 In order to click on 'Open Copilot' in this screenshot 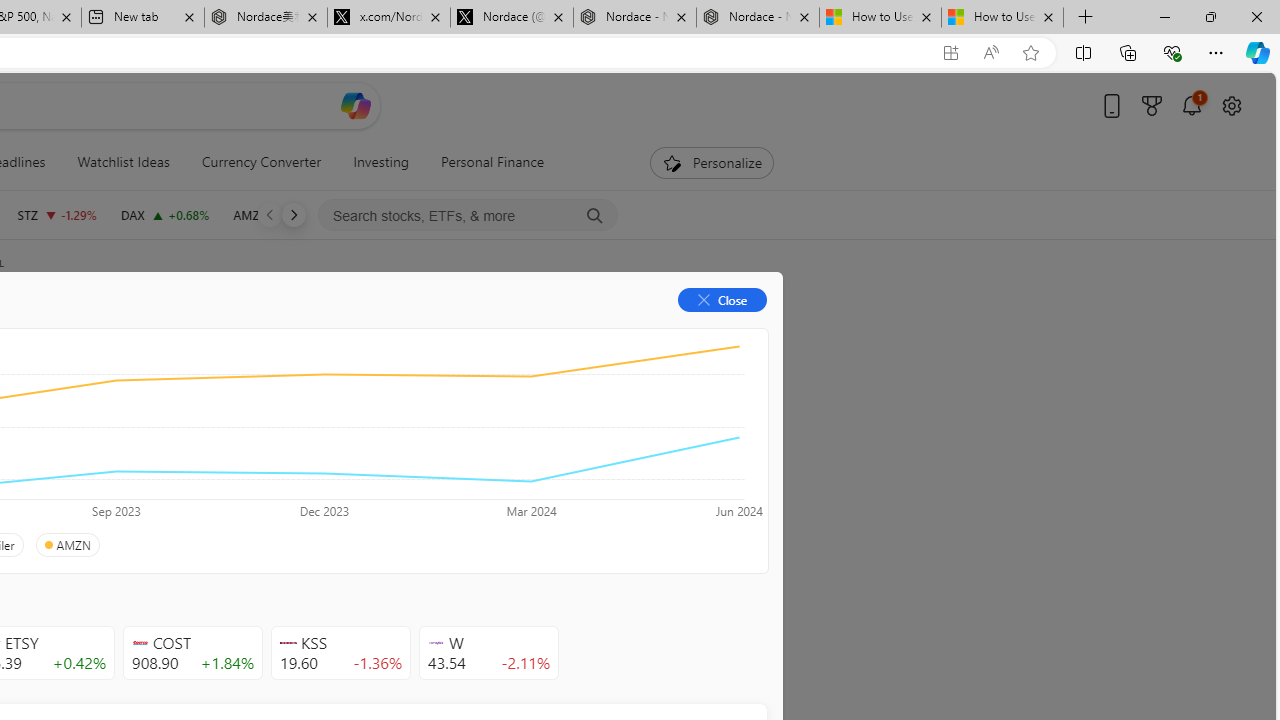, I will do `click(356, 105)`.